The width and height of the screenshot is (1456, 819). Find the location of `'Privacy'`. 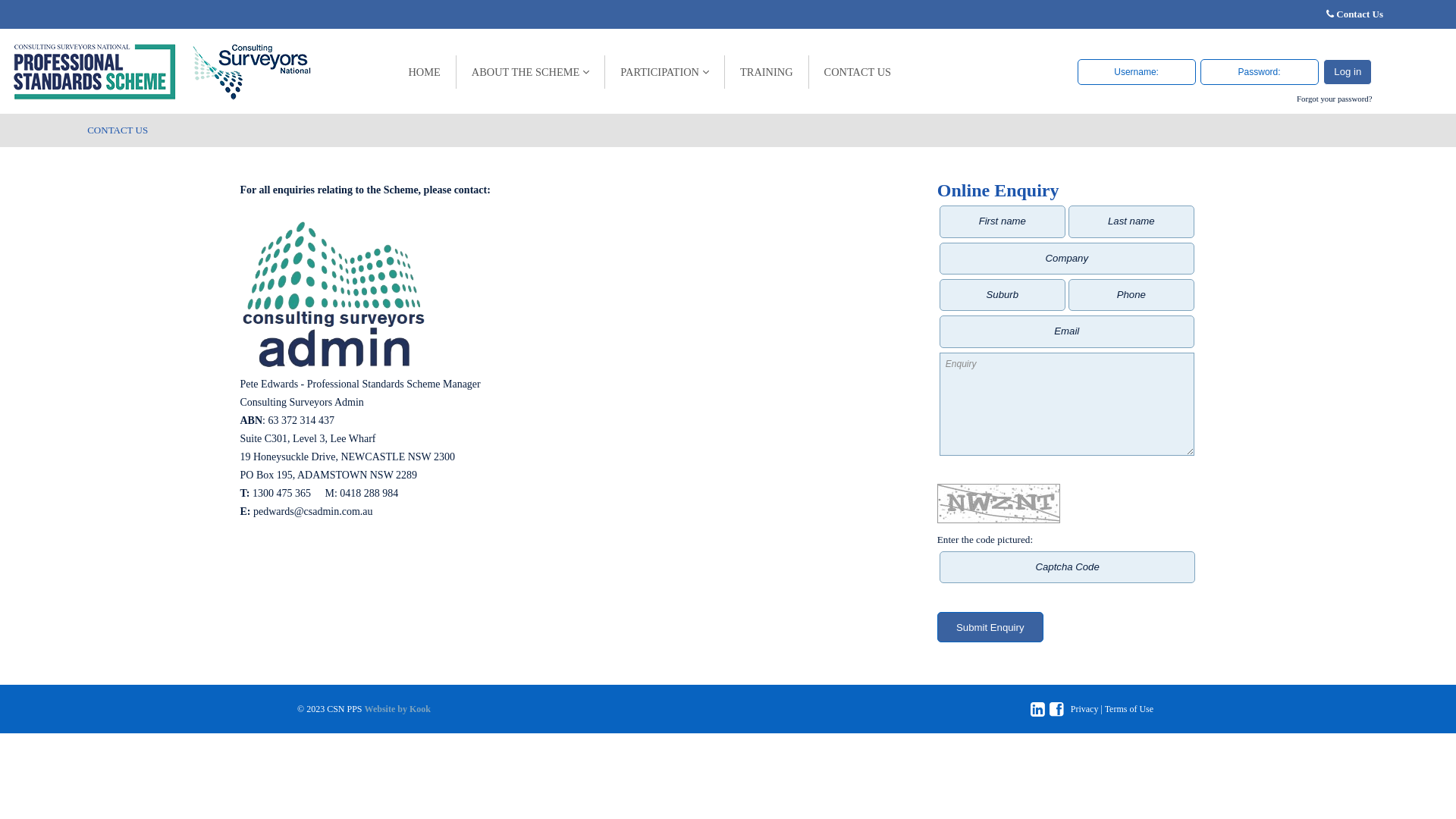

'Privacy' is located at coordinates (1084, 708).